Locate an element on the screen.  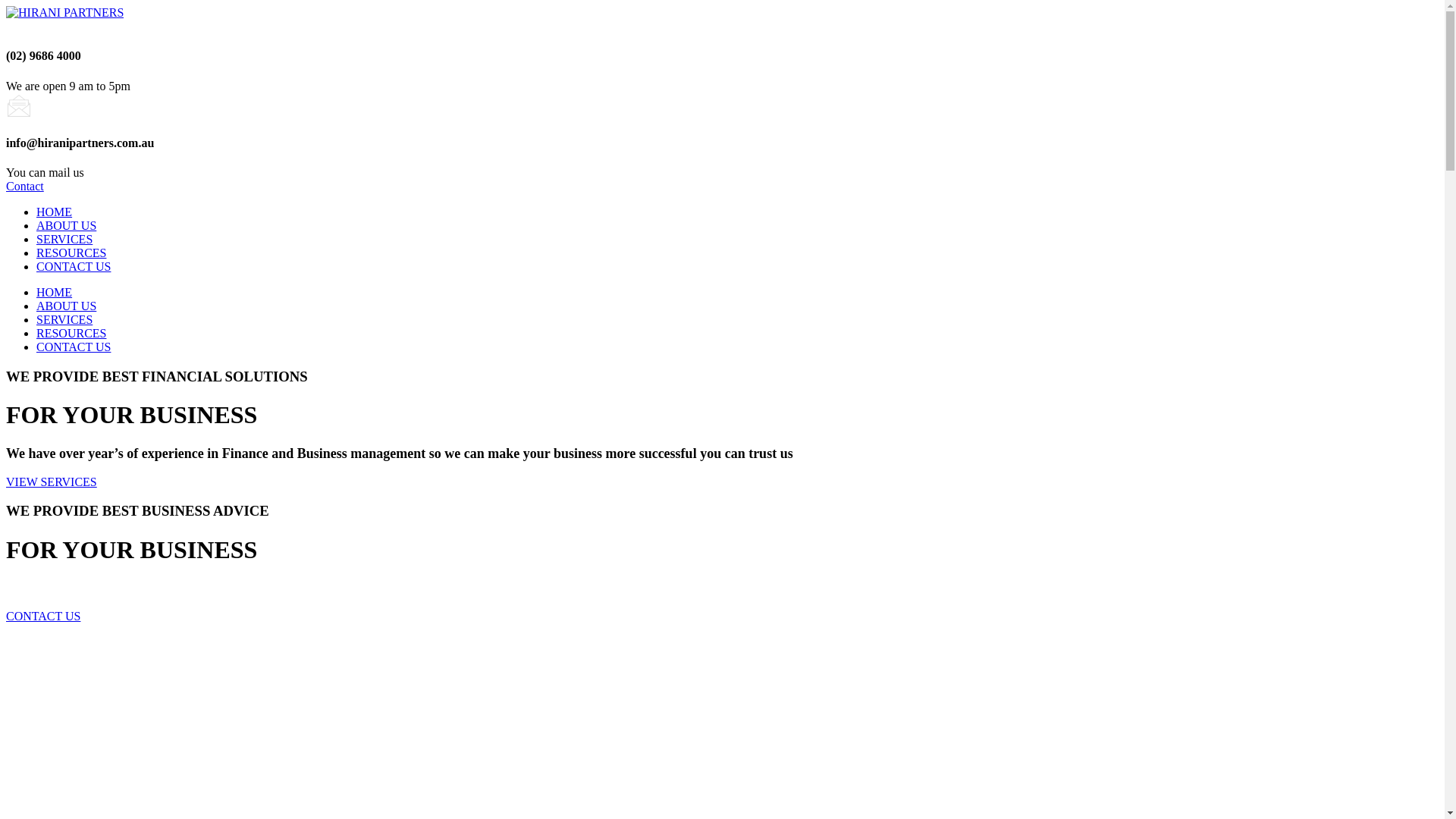
'VIEW SERVICES' is located at coordinates (51, 482).